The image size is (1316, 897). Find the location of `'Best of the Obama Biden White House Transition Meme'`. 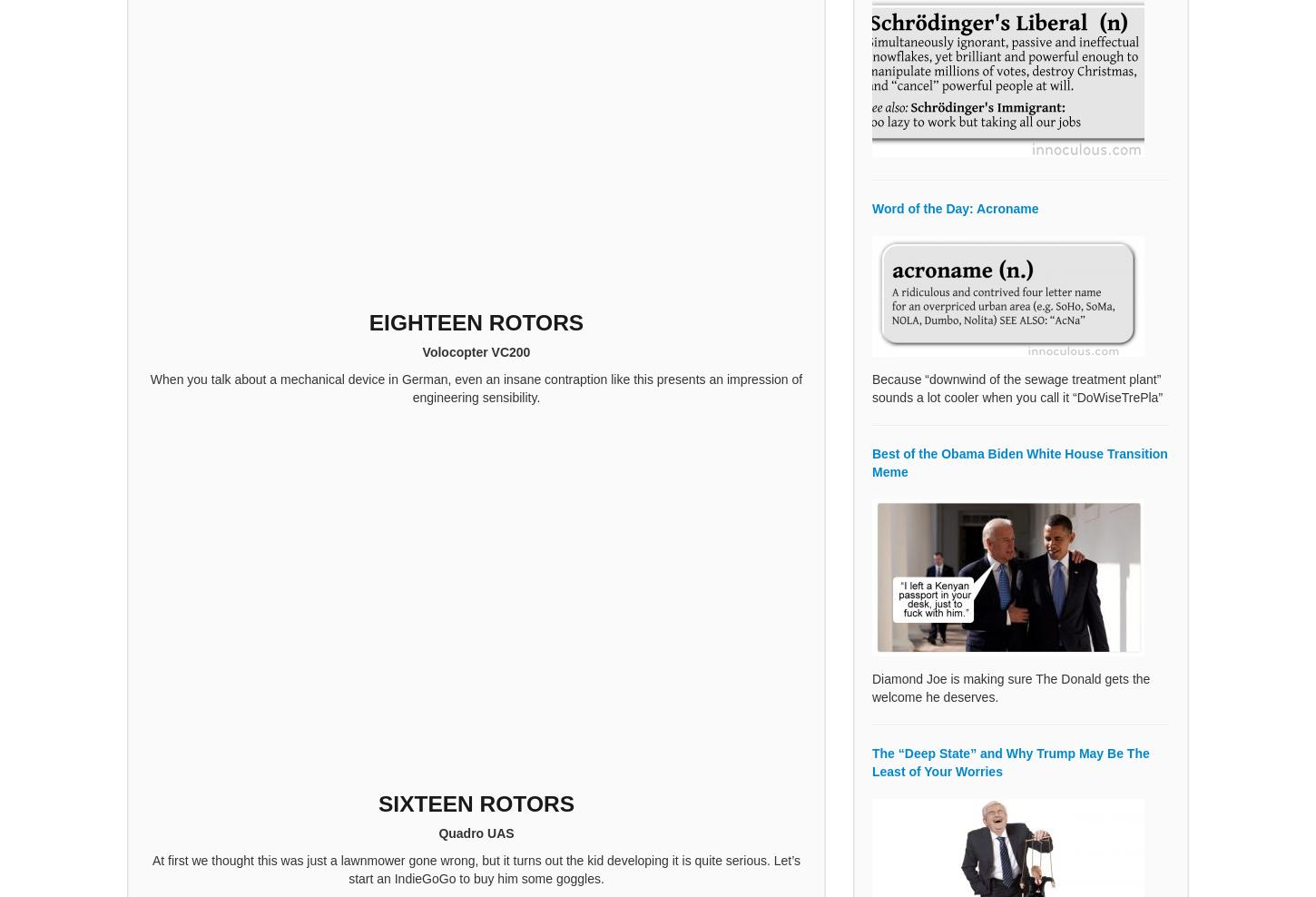

'Best of the Obama Biden White House Transition Meme' is located at coordinates (871, 461).